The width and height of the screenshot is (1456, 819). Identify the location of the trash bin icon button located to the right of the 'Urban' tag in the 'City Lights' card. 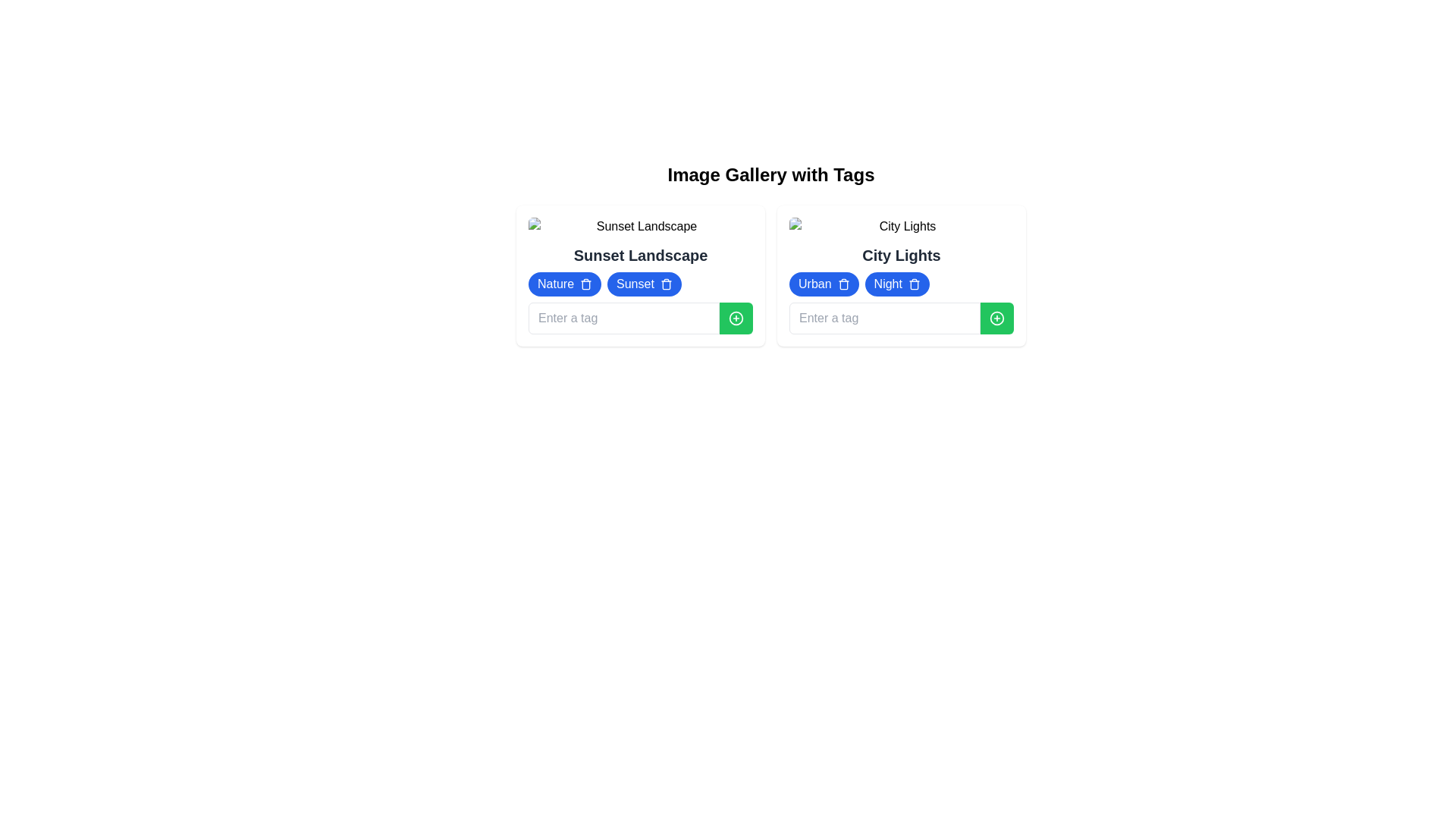
(843, 284).